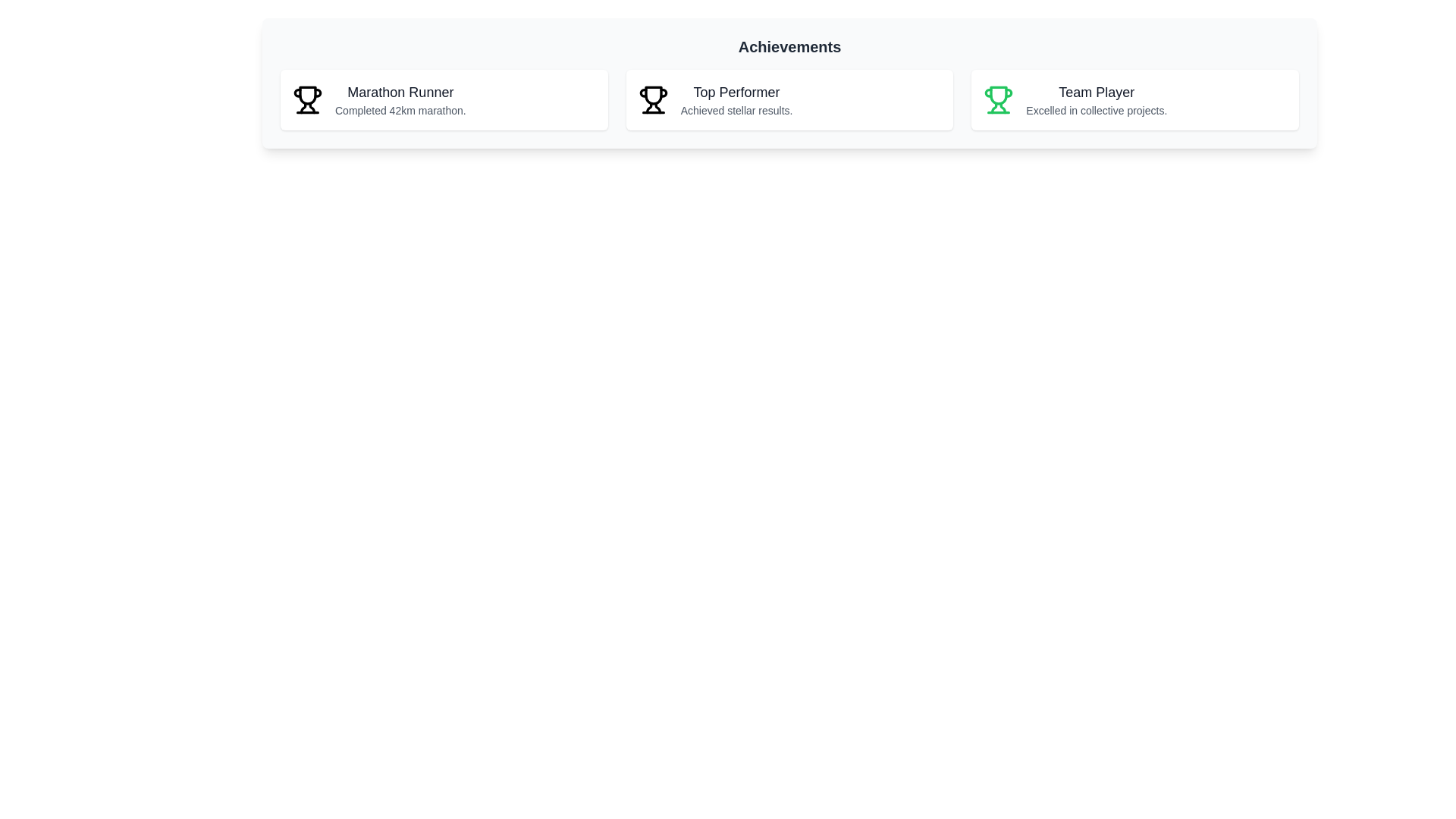  I want to click on the text block displaying the achievement title and subtitle that highlights teamwork proficiency, located to the right of the 'Top Performer' card in the 'Achievements' section, so click(1097, 99).